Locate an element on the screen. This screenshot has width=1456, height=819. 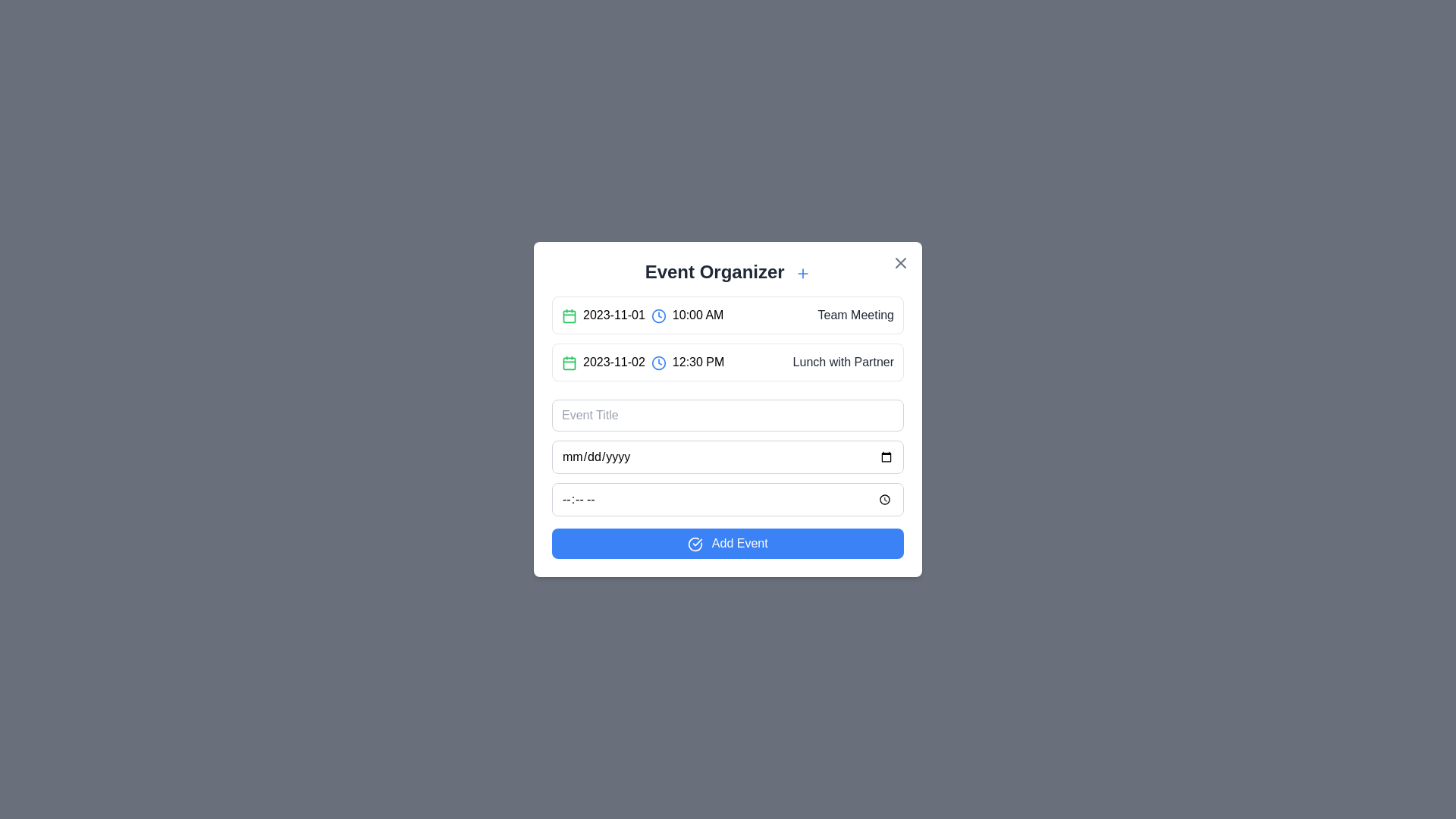
the static text label displaying the title of the event scheduled in the 'Event Organizer' dialog box, located in the second row of events is located at coordinates (843, 362).